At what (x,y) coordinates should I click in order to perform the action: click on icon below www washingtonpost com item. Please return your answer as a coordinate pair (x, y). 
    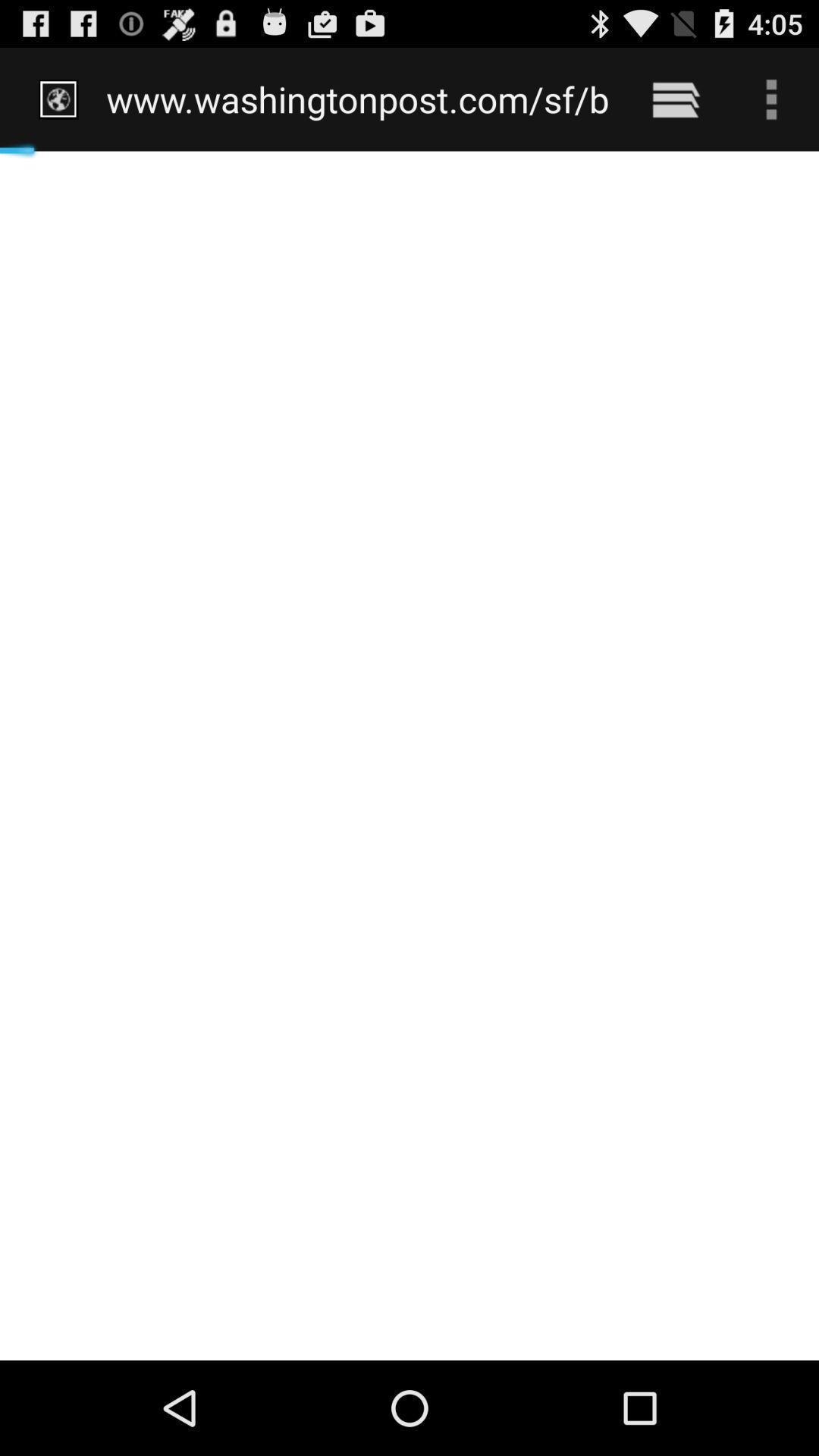
    Looking at the image, I should click on (409, 755).